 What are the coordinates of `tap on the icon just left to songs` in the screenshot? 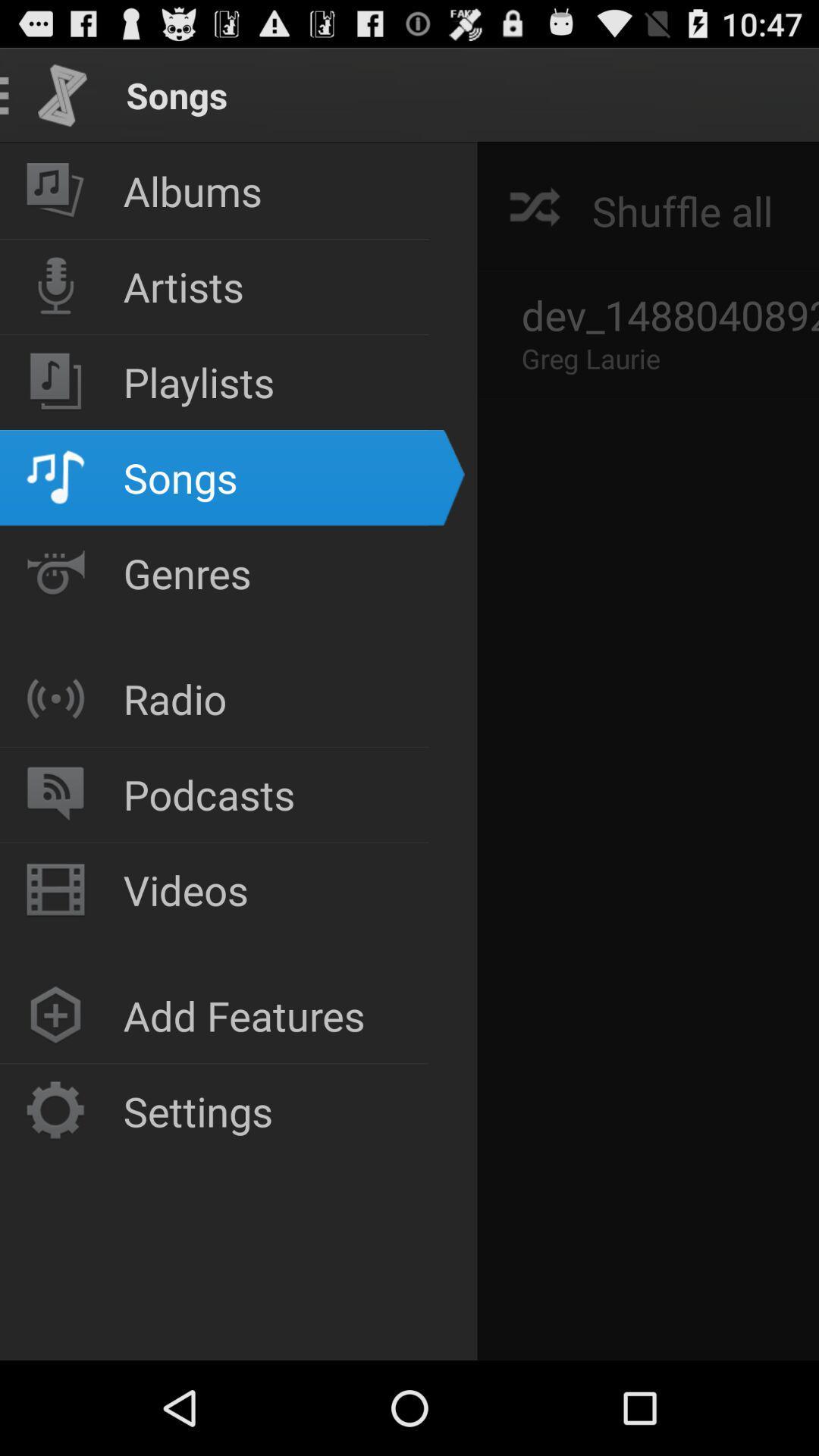 It's located at (62, 94).